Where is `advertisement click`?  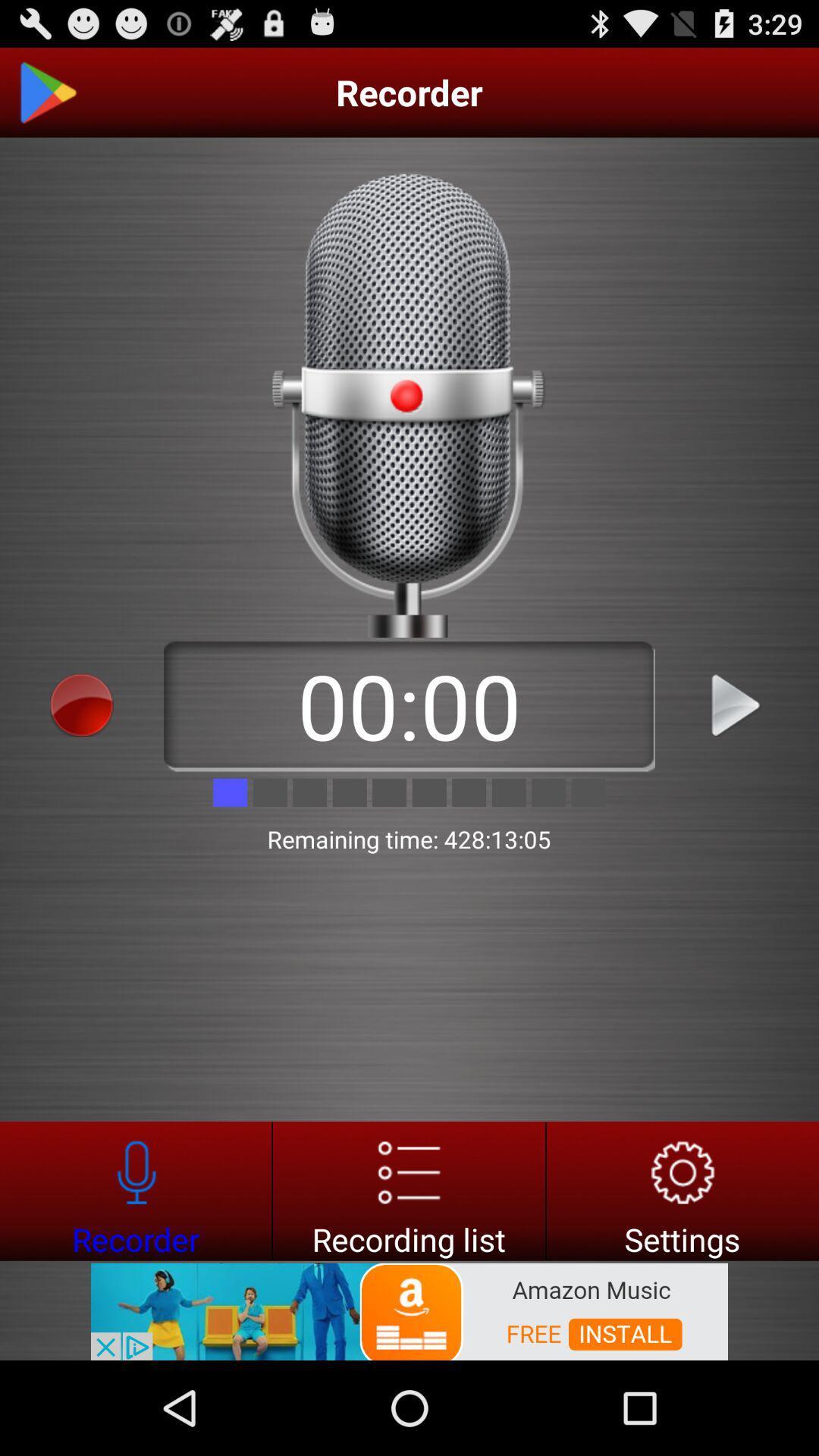
advertisement click is located at coordinates (409, 1310).